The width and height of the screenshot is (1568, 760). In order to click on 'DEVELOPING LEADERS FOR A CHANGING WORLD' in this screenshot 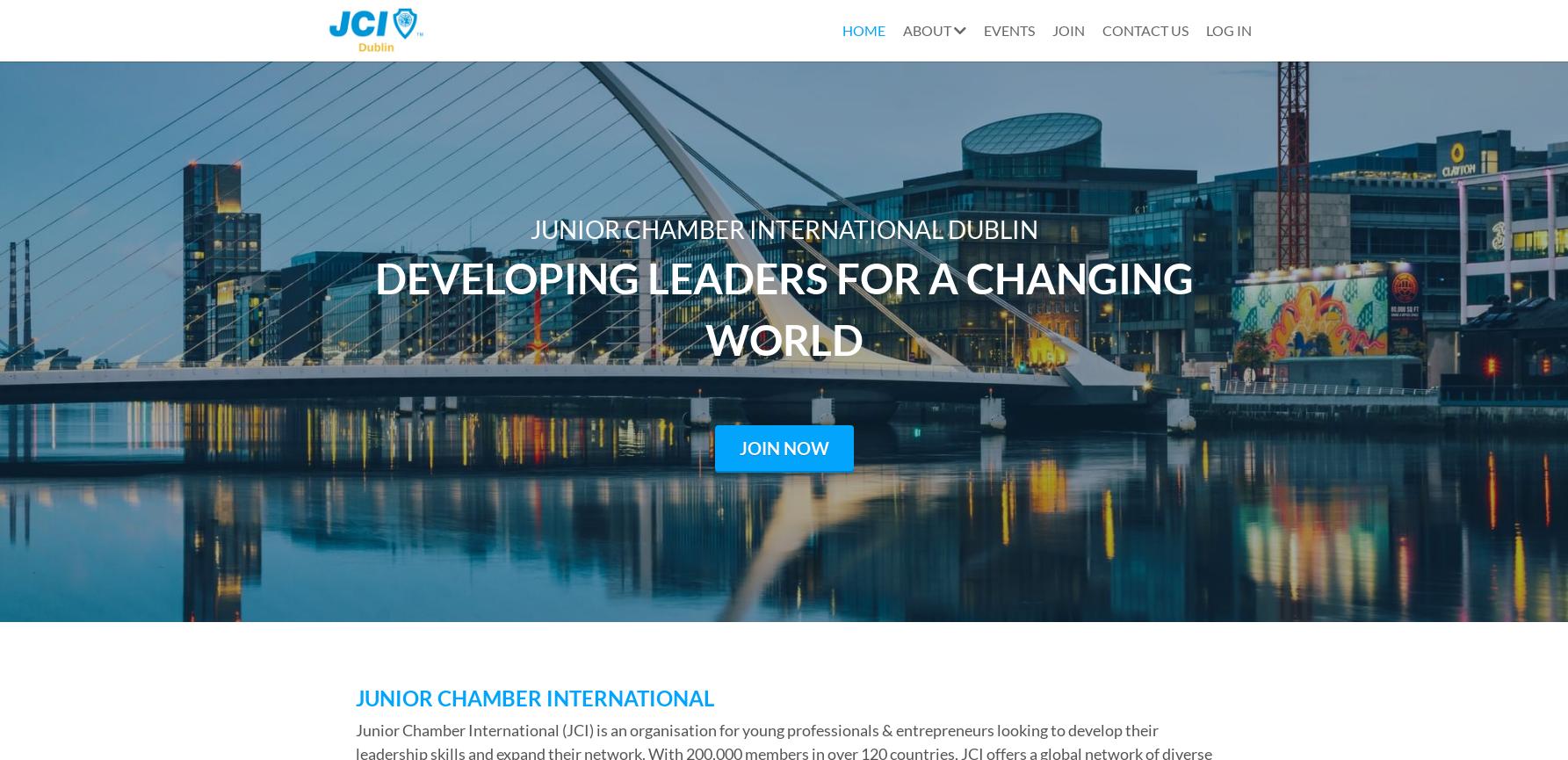, I will do `click(786, 308)`.